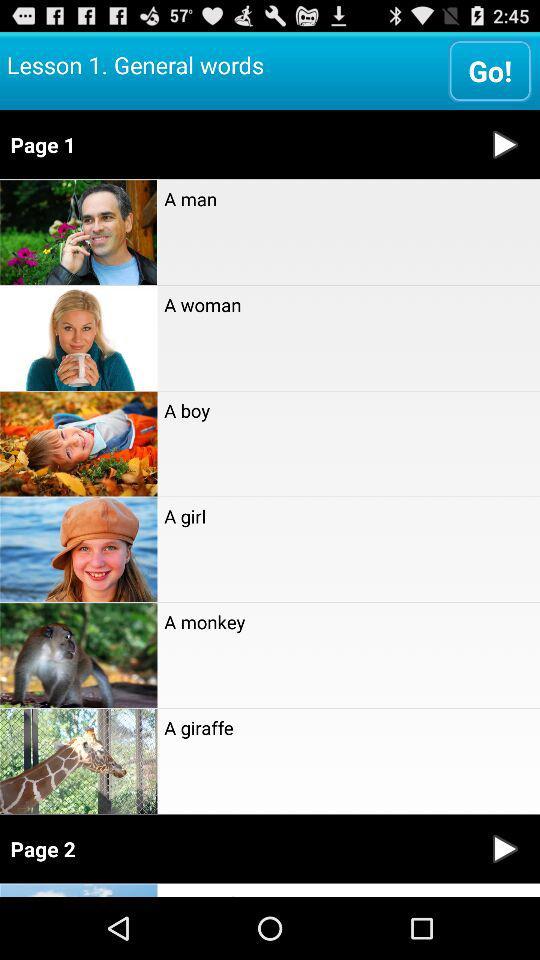  What do you see at coordinates (504, 848) in the screenshot?
I see `play` at bounding box center [504, 848].